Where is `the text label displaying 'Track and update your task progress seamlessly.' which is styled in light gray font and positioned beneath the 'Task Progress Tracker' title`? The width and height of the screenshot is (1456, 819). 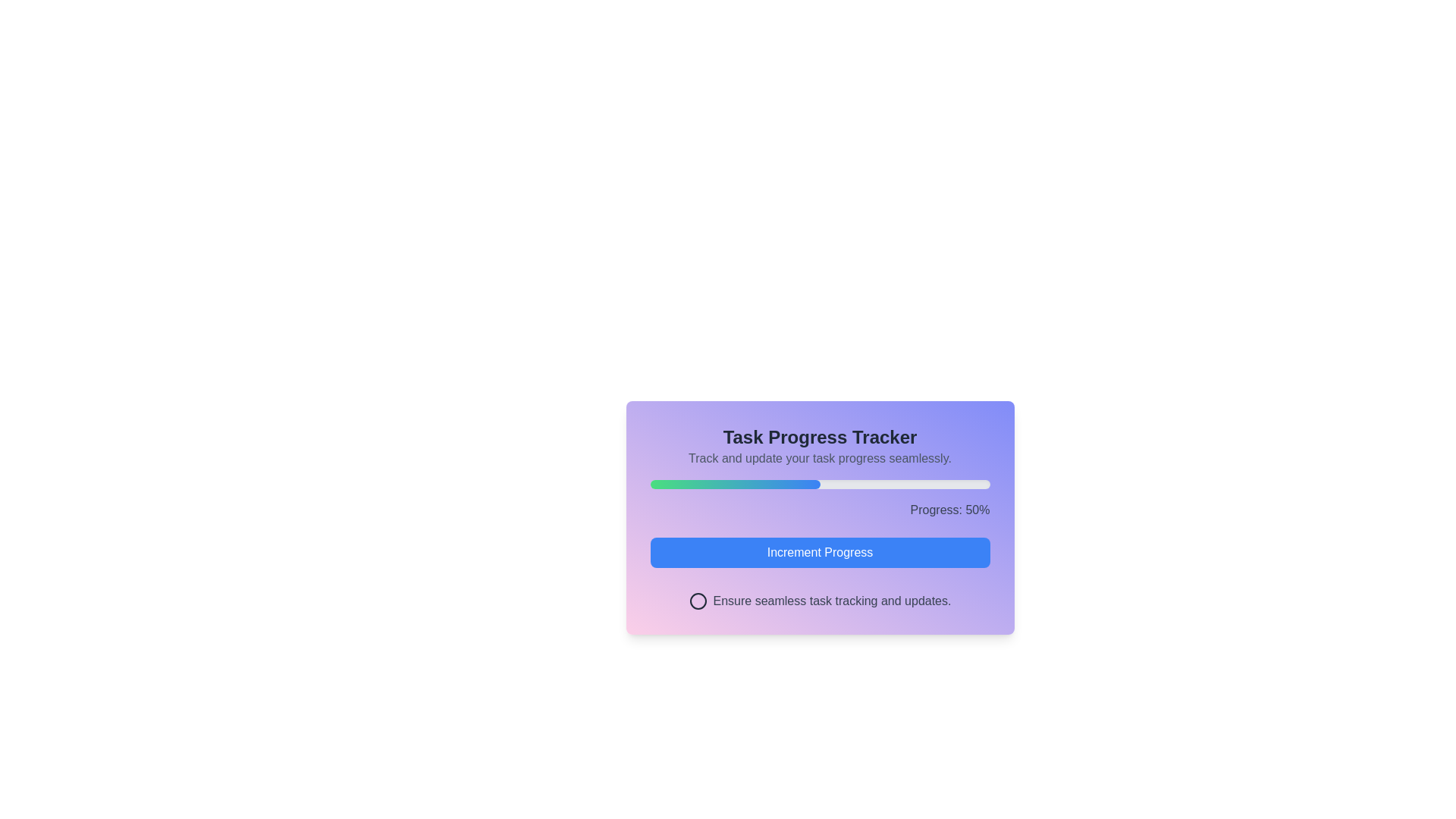 the text label displaying 'Track and update your task progress seamlessly.' which is styled in light gray font and positioned beneath the 'Task Progress Tracker' title is located at coordinates (819, 458).